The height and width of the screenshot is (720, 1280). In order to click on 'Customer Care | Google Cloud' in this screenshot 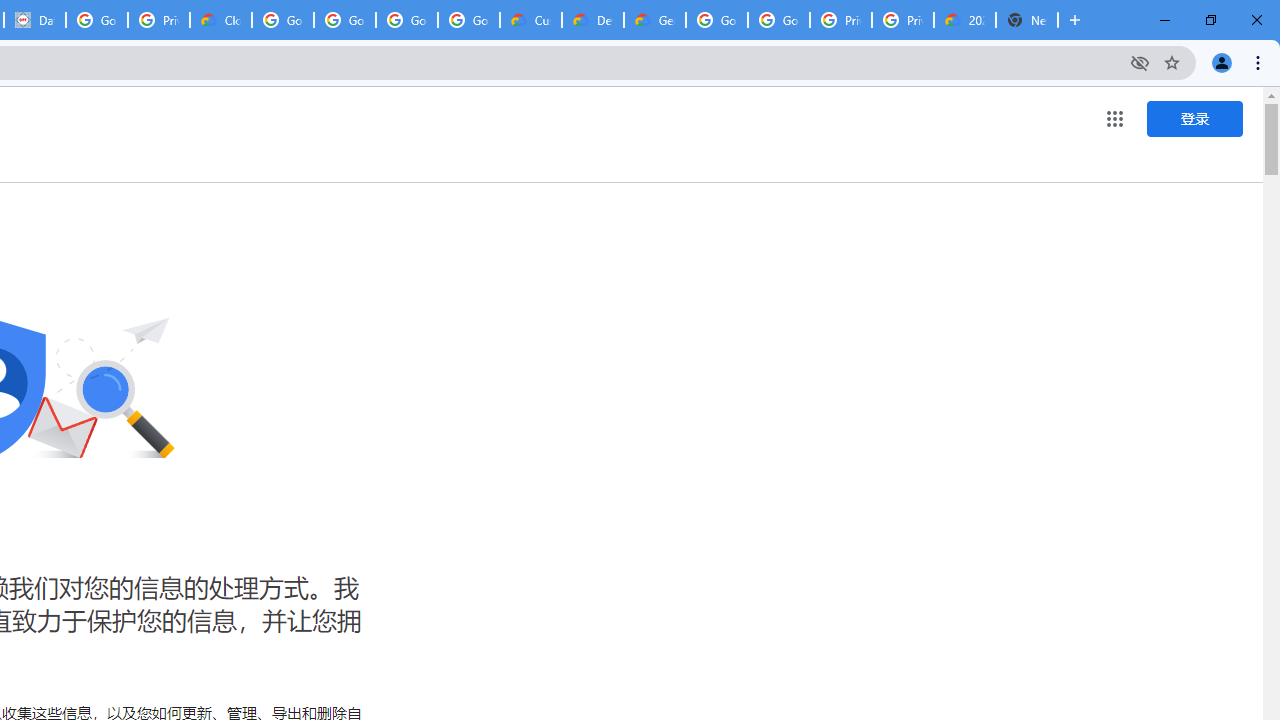, I will do `click(531, 20)`.